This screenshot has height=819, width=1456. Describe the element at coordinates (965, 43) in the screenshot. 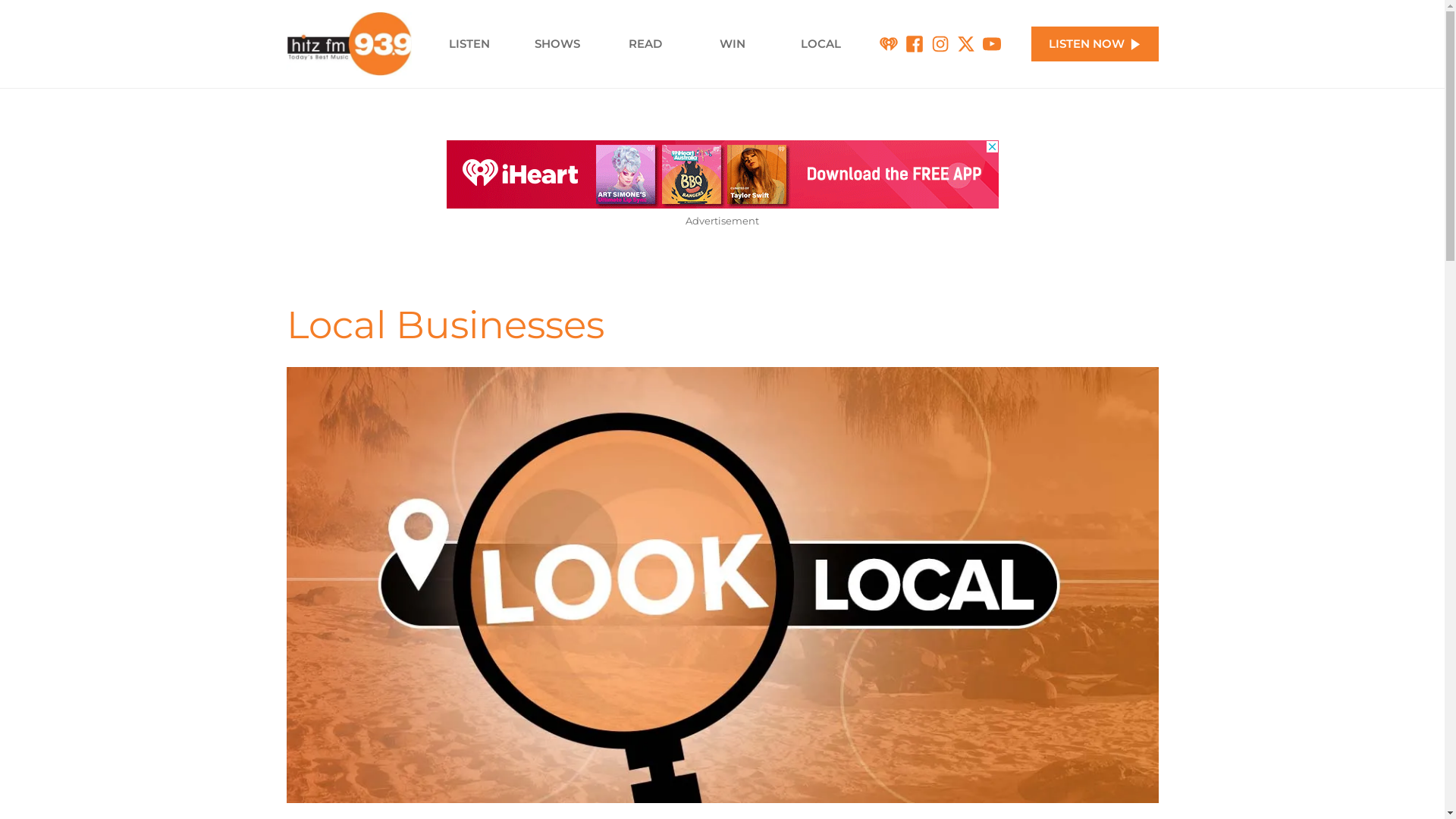

I see `'Twitter/X'` at that location.